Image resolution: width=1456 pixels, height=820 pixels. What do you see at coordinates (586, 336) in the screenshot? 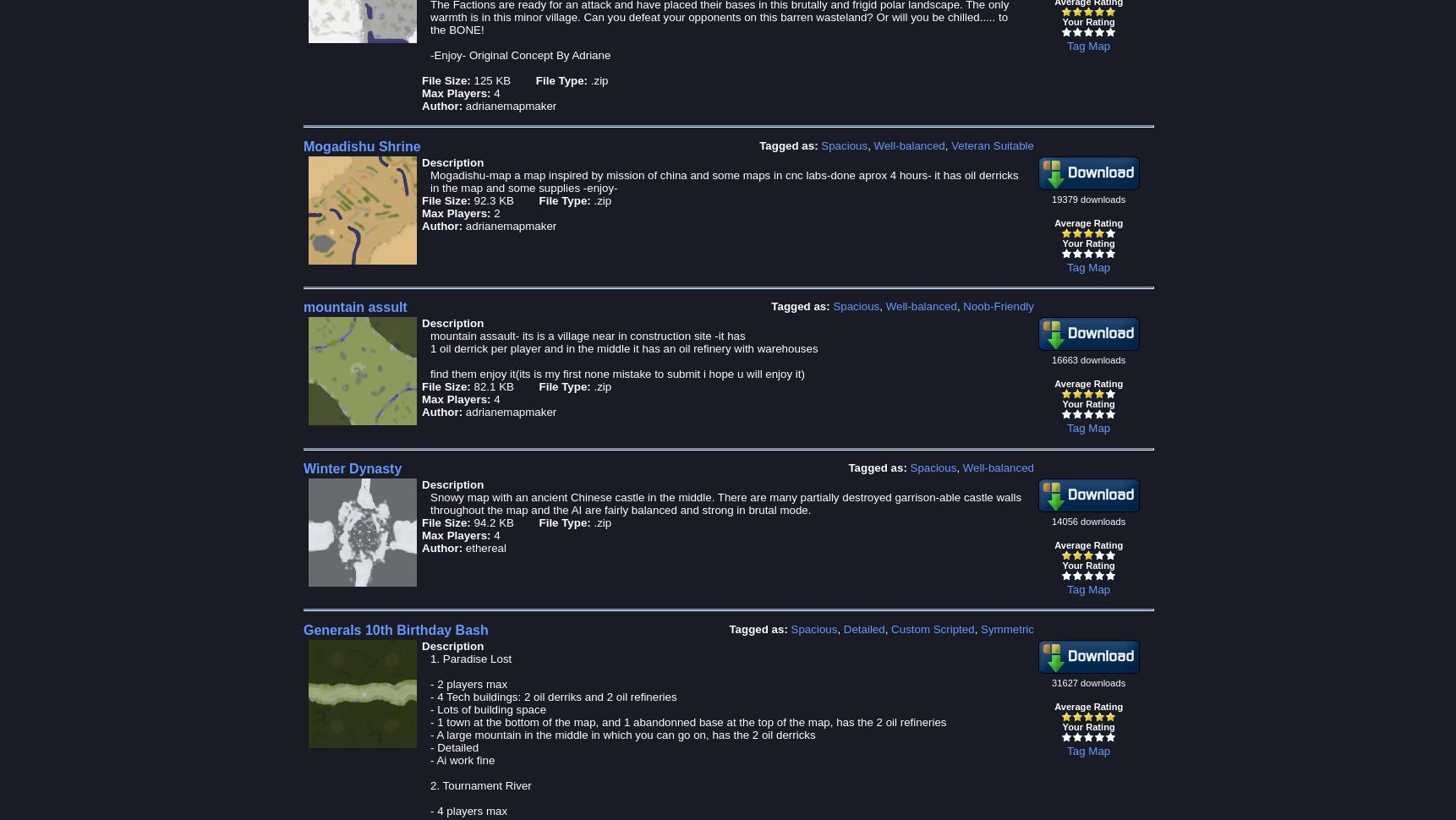
I see `'mountain assault- its is a village near in construction site -it has'` at bounding box center [586, 336].